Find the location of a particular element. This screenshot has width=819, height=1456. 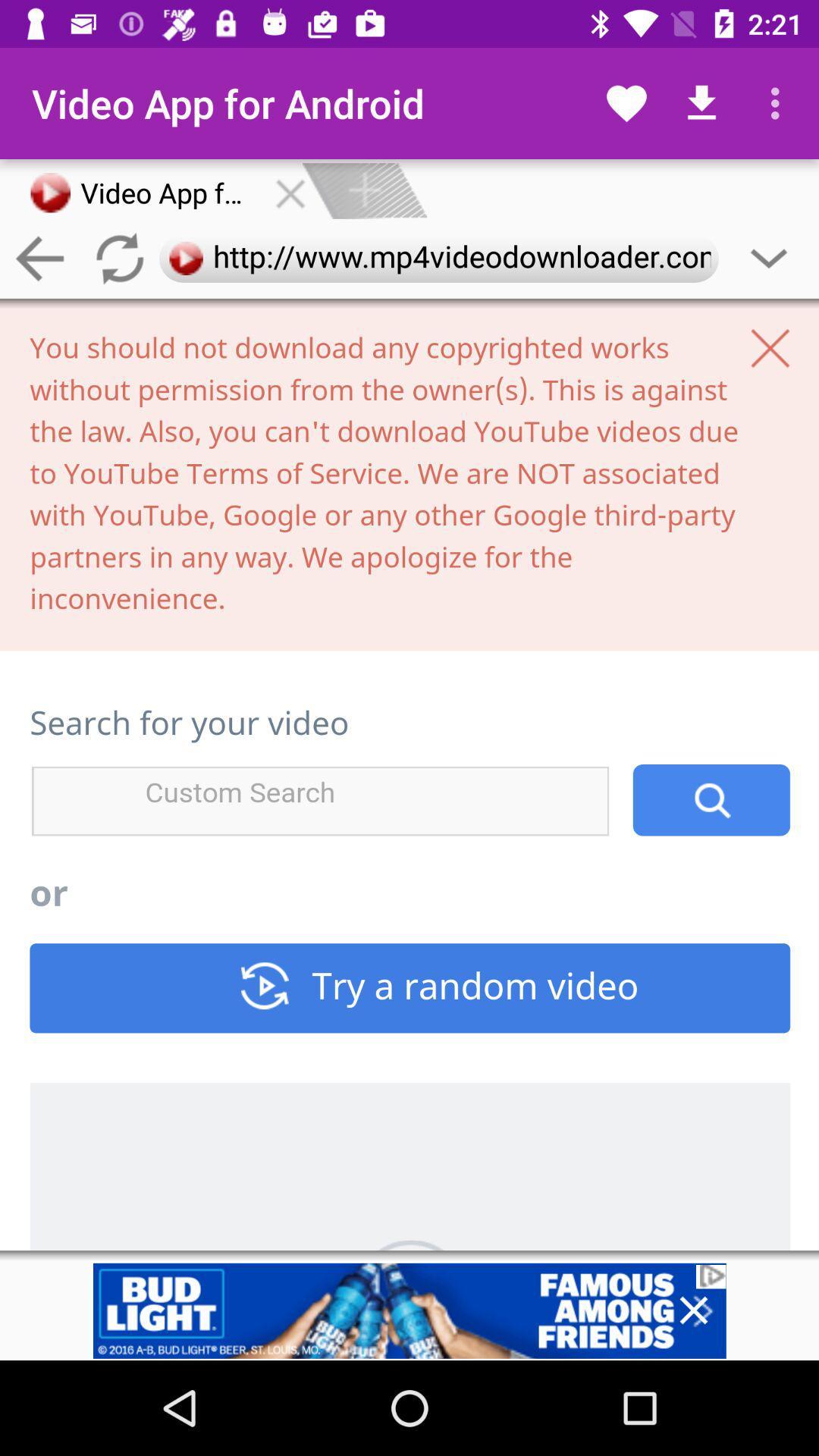

the expand_more icon is located at coordinates (769, 259).